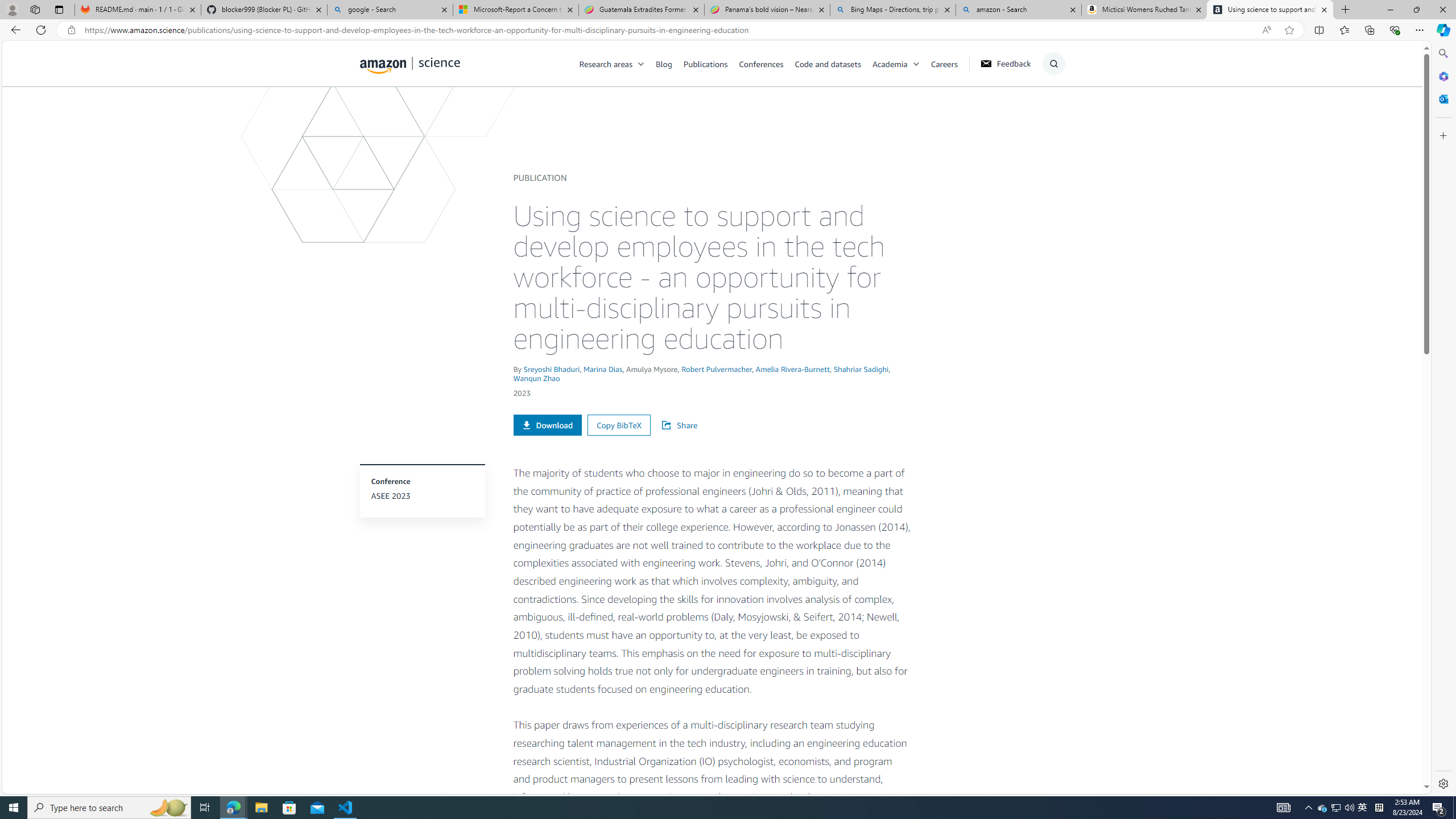 This screenshot has height=819, width=1456. What do you see at coordinates (547, 424) in the screenshot?
I see `'Download'` at bounding box center [547, 424].